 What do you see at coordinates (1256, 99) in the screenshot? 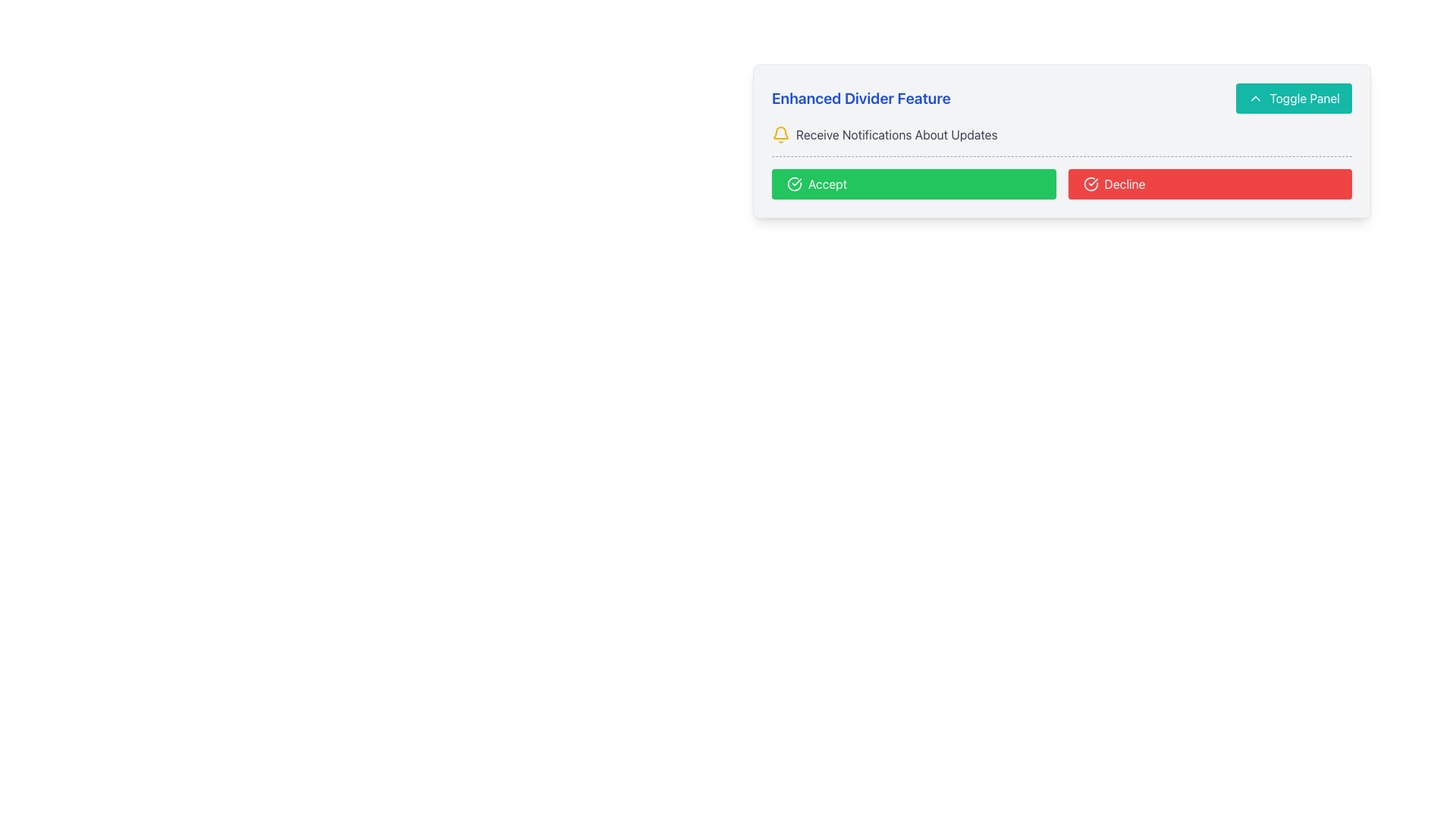
I see `the icon located to the left of the 'Toggle Panel' text in the top-right corner of the panel` at bounding box center [1256, 99].